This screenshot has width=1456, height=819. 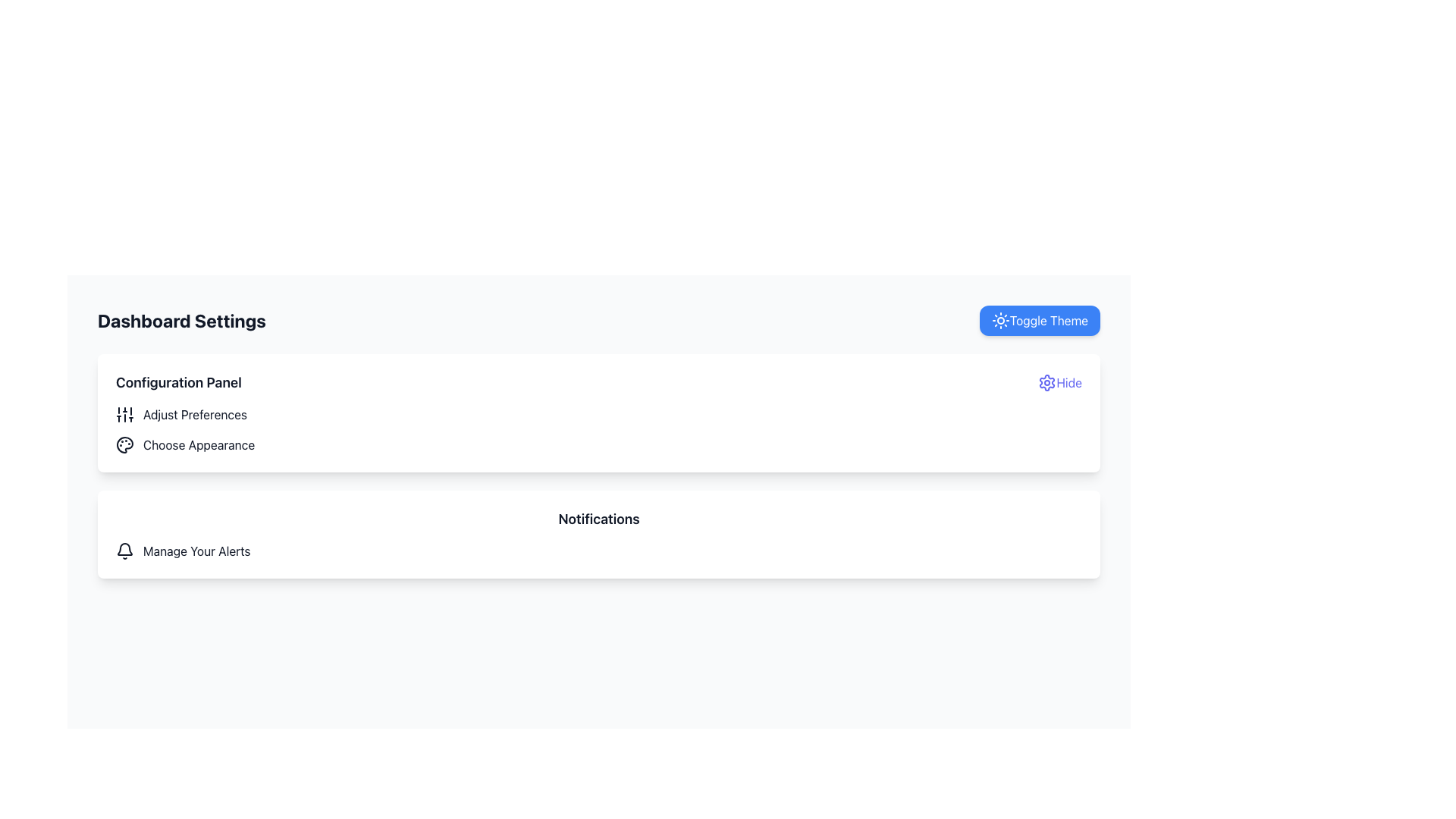 What do you see at coordinates (124, 415) in the screenshot?
I see `the icon of three vertical sliders with circular handles, located to the left of the text 'Adjust Preferences'` at bounding box center [124, 415].